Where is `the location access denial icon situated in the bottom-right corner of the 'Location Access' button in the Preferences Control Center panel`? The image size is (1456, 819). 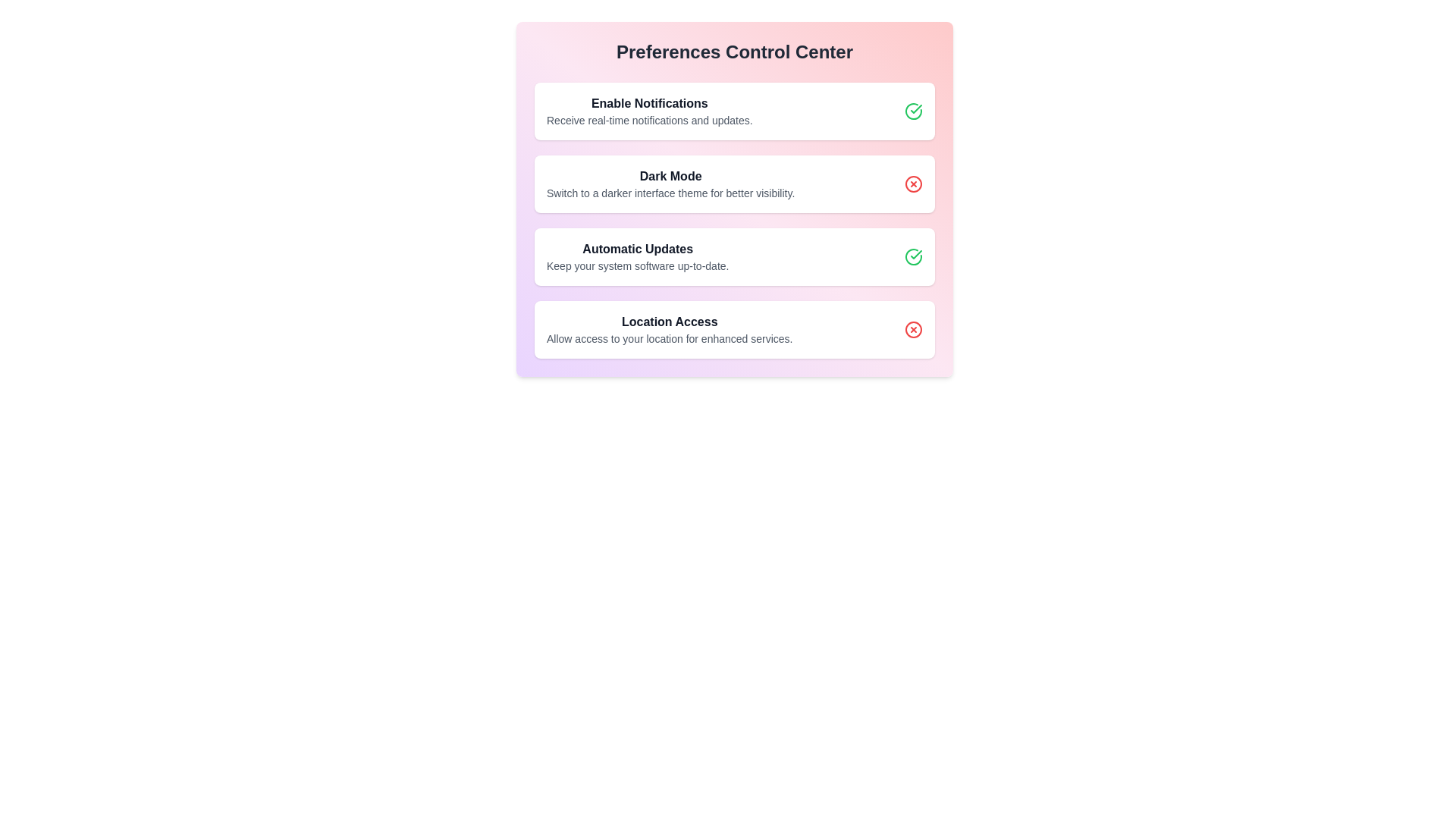
the location access denial icon situated in the bottom-right corner of the 'Location Access' button in the Preferences Control Center panel is located at coordinates (912, 329).